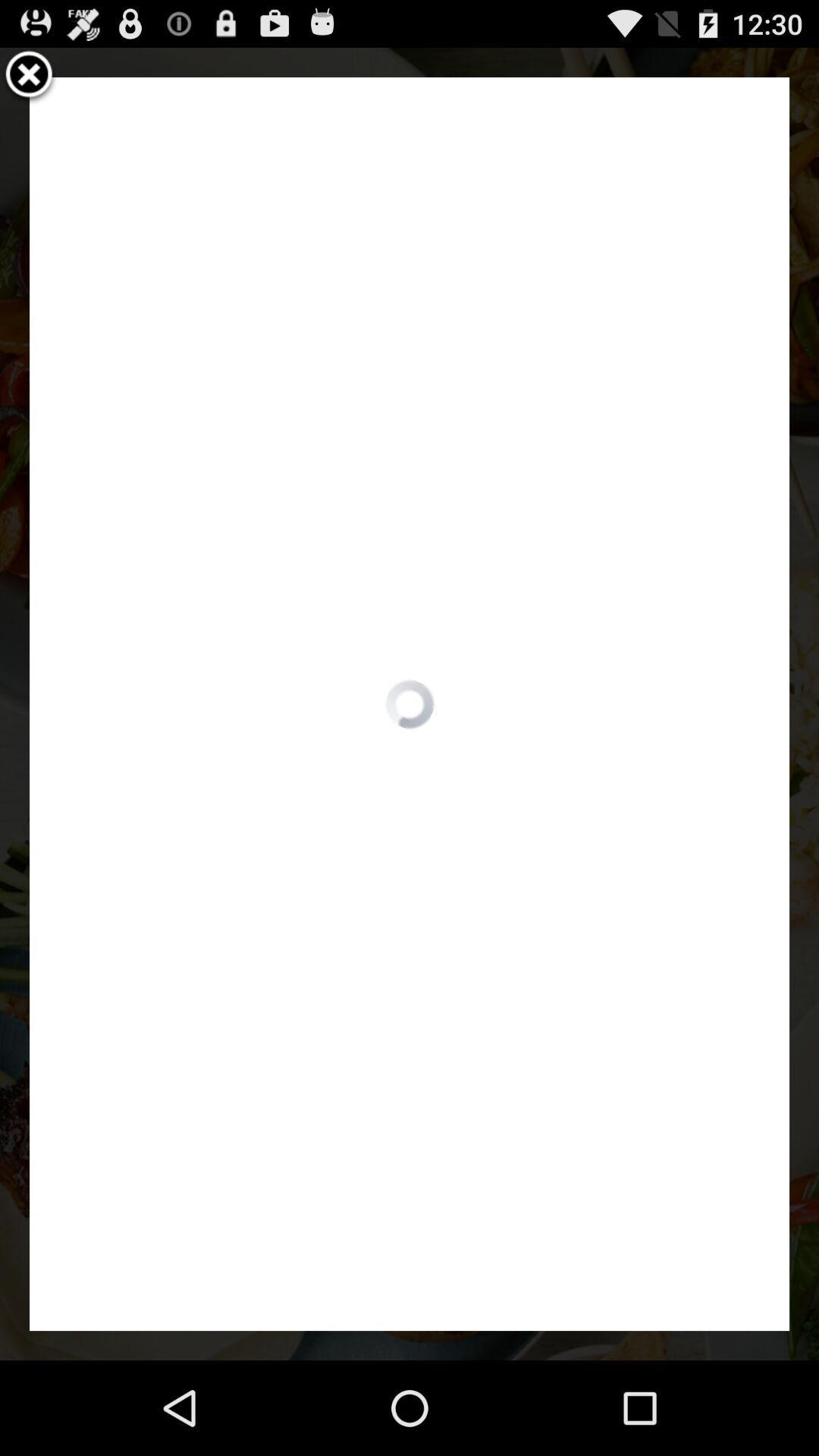 The image size is (819, 1456). I want to click on the close icon, so click(29, 81).